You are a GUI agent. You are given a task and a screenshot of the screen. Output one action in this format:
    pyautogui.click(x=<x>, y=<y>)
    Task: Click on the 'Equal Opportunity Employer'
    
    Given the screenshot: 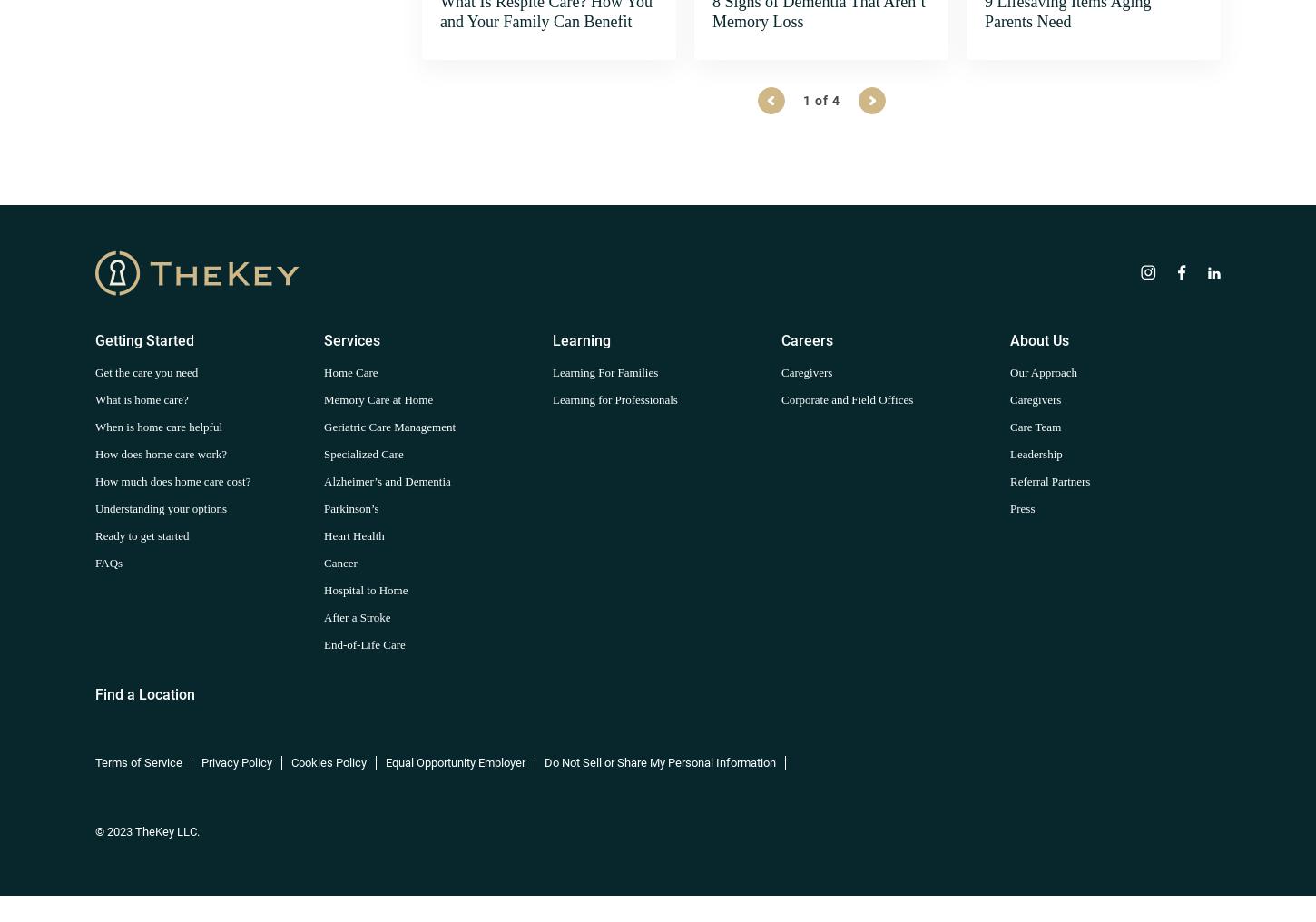 What is the action you would take?
    pyautogui.click(x=455, y=761)
    